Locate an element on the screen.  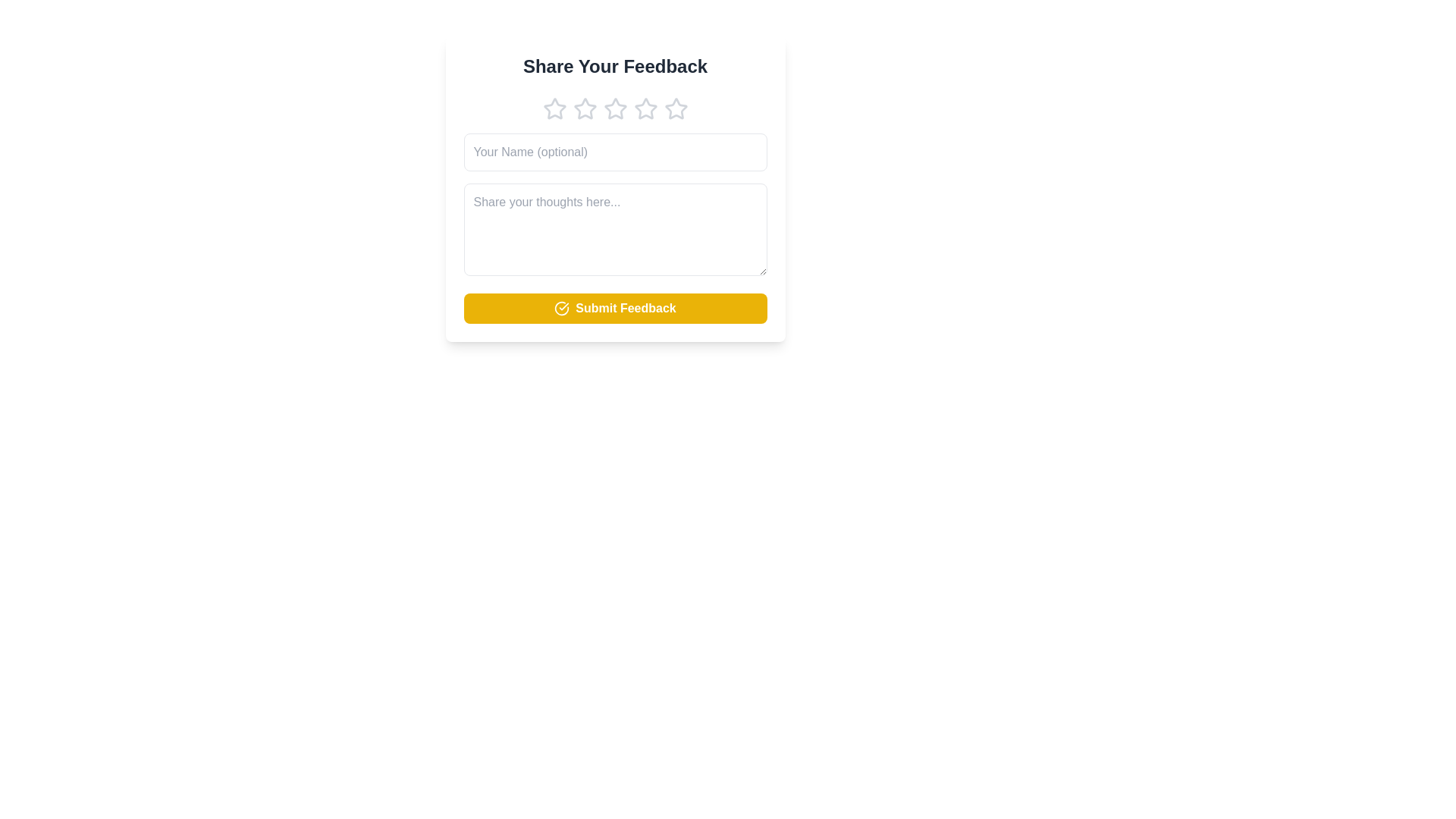
the second star in the Rating Star Set below the 'Share Your Feedback' heading is located at coordinates (615, 108).